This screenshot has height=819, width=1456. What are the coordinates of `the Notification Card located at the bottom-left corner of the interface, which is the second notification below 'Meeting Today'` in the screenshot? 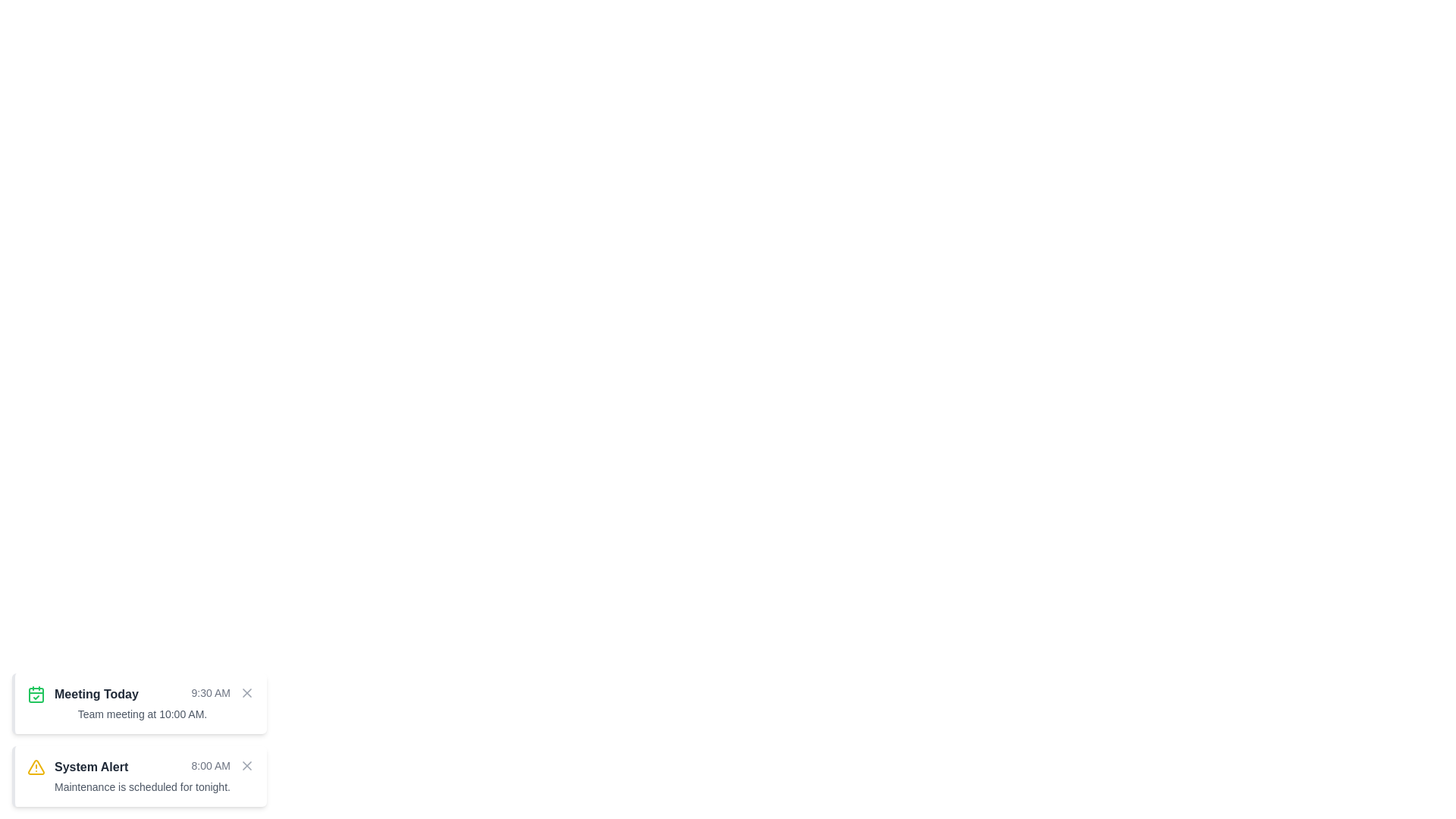 It's located at (139, 776).